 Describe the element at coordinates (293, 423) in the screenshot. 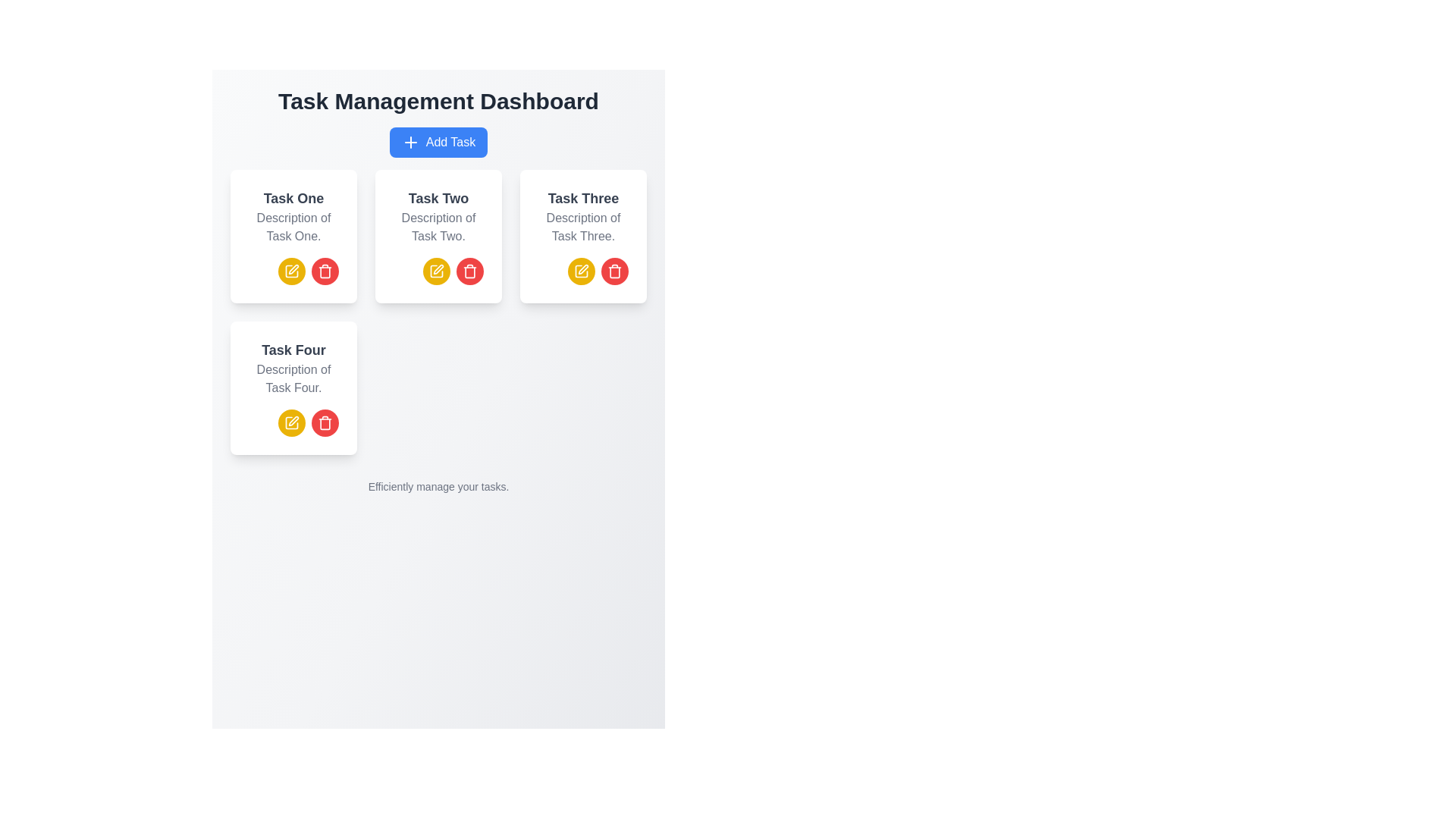

I see `the yellow circular button with a white pen icon at its center, located in the 'Task Four' card` at that location.